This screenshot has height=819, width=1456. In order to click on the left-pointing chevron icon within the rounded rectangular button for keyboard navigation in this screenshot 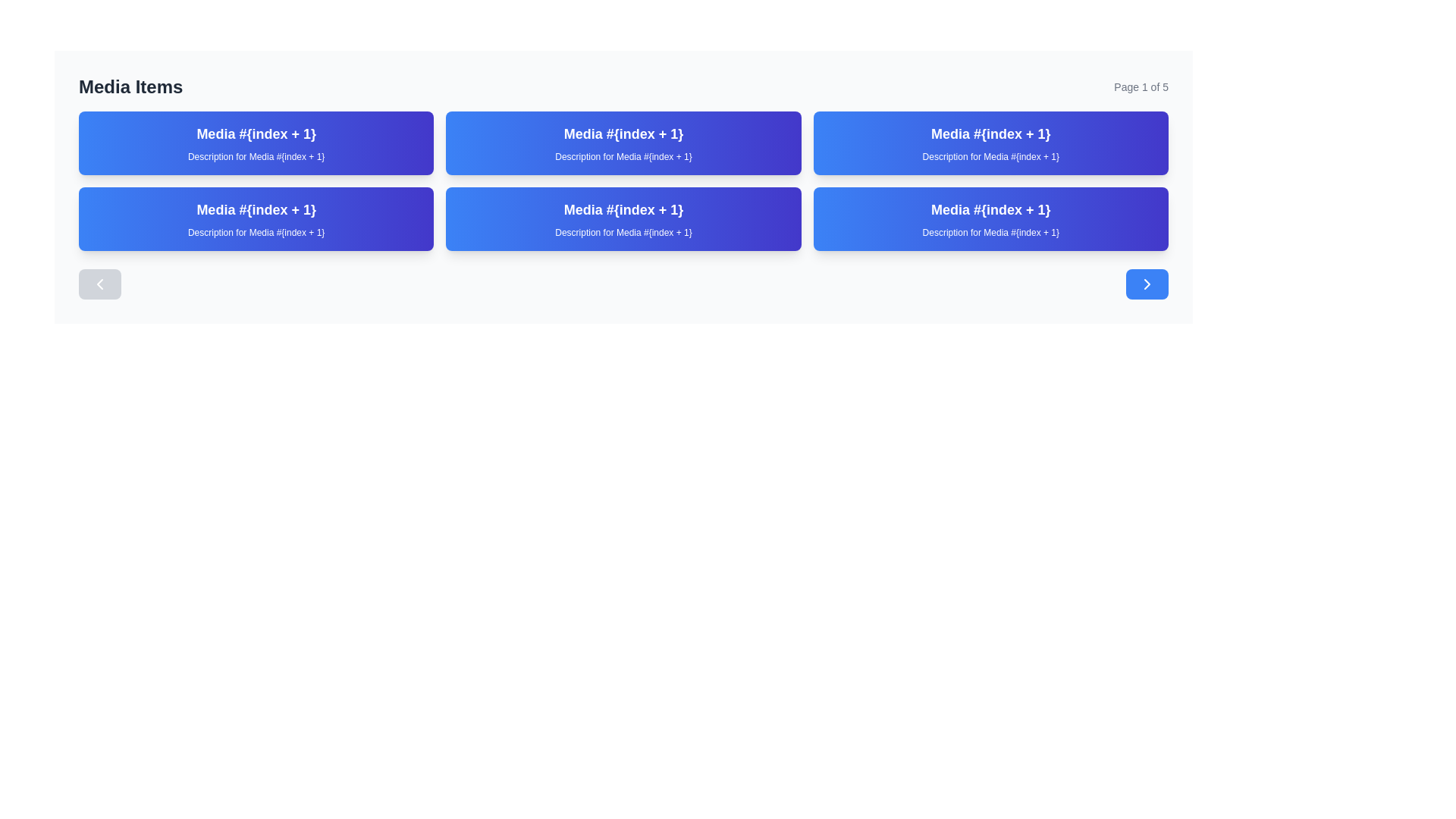, I will do `click(99, 284)`.